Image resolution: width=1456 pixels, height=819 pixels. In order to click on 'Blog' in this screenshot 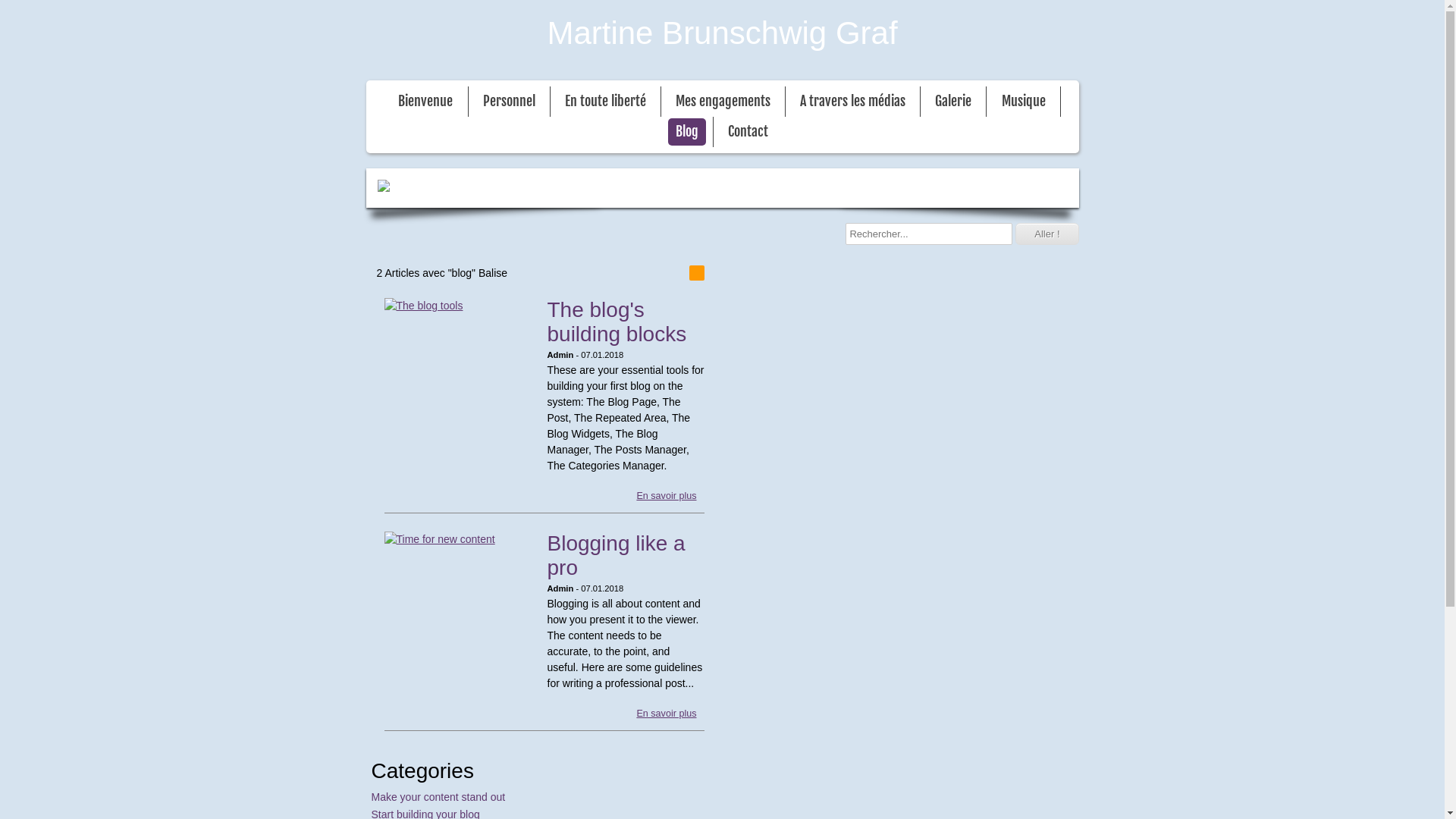, I will do `click(667, 130)`.